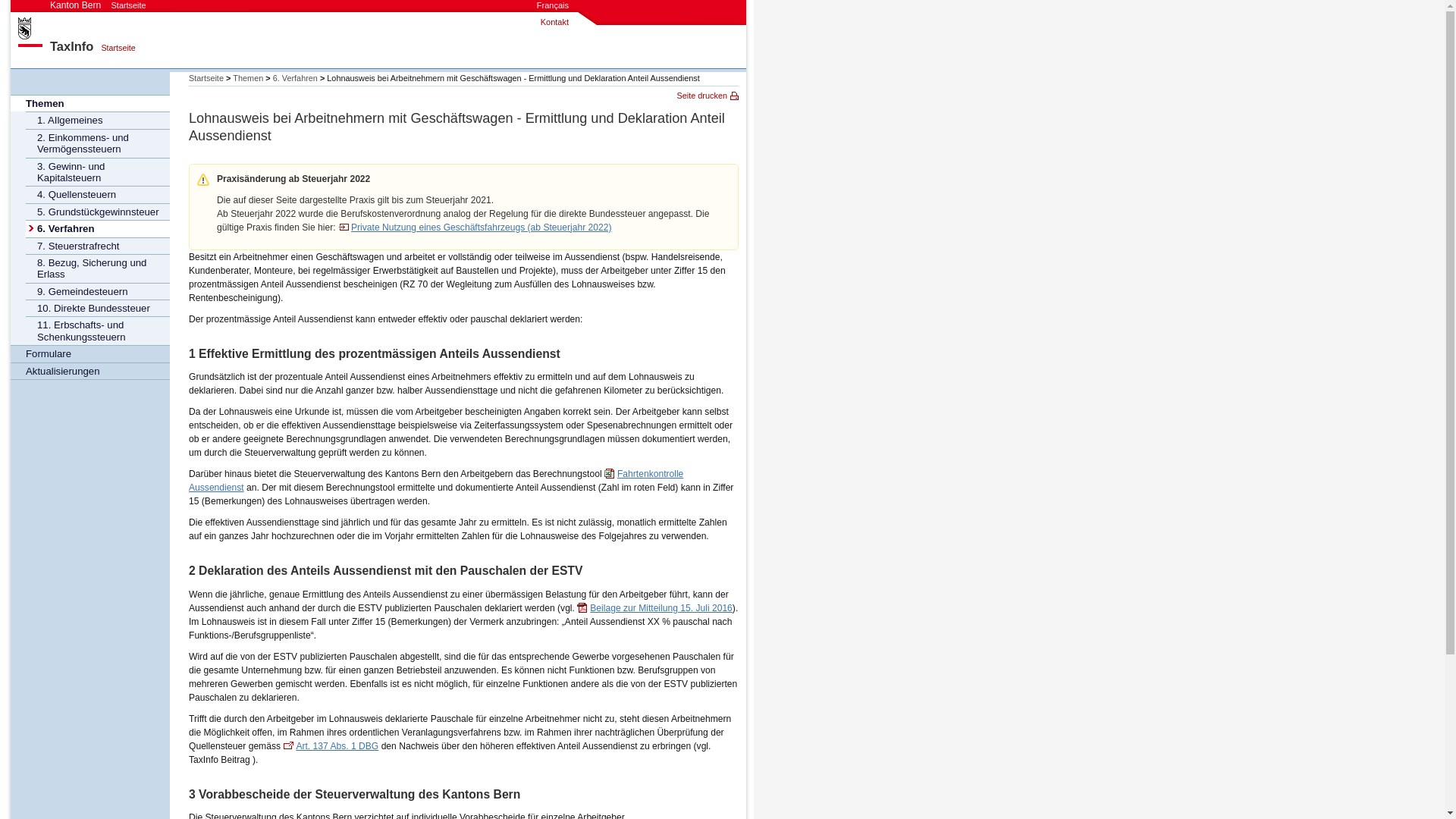 This screenshot has width=1456, height=819. I want to click on 'Kanton Bern Startseite', so click(97, 5).